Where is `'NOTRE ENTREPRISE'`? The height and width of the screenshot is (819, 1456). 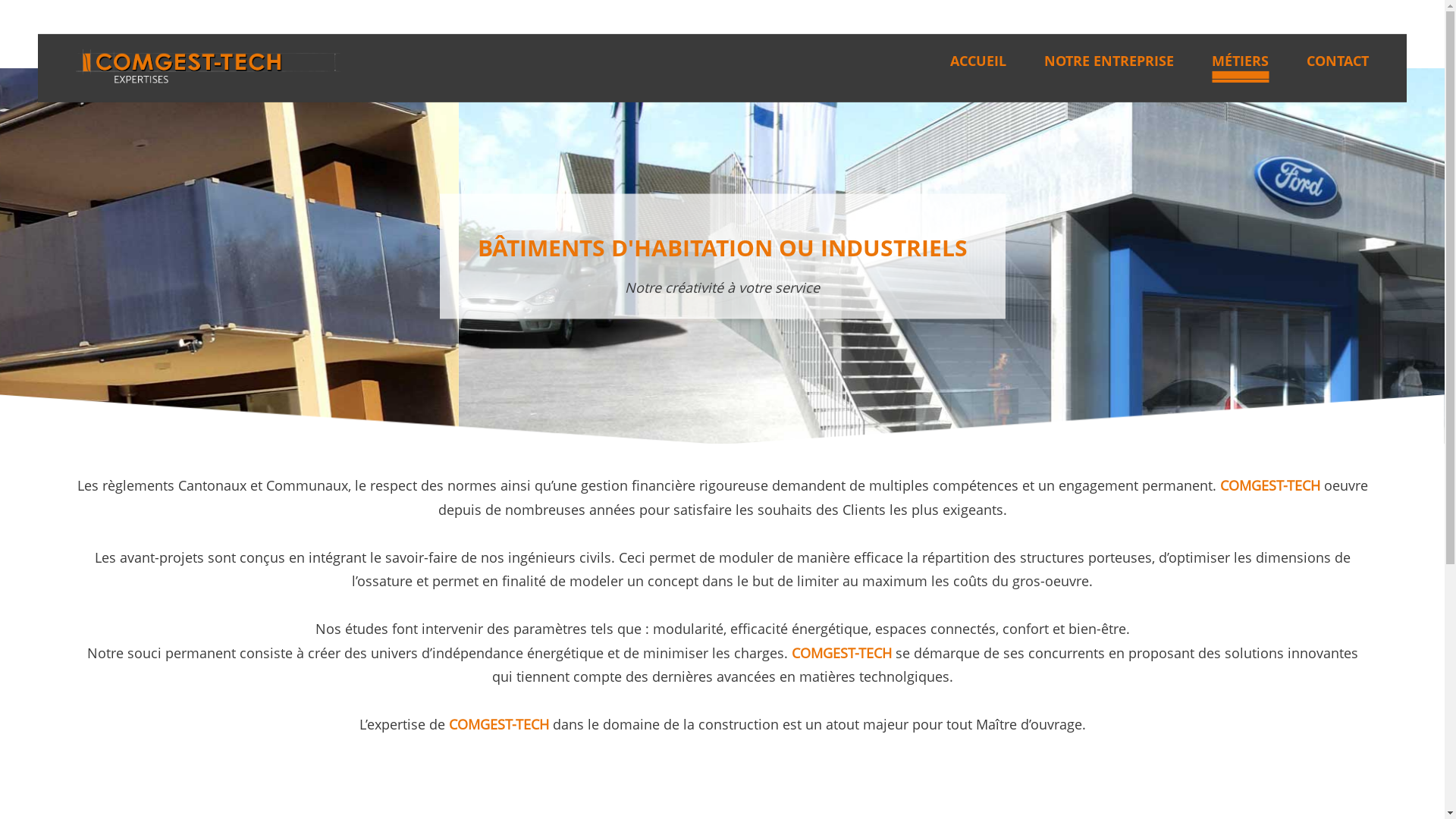 'NOTRE ENTREPRISE' is located at coordinates (1109, 60).